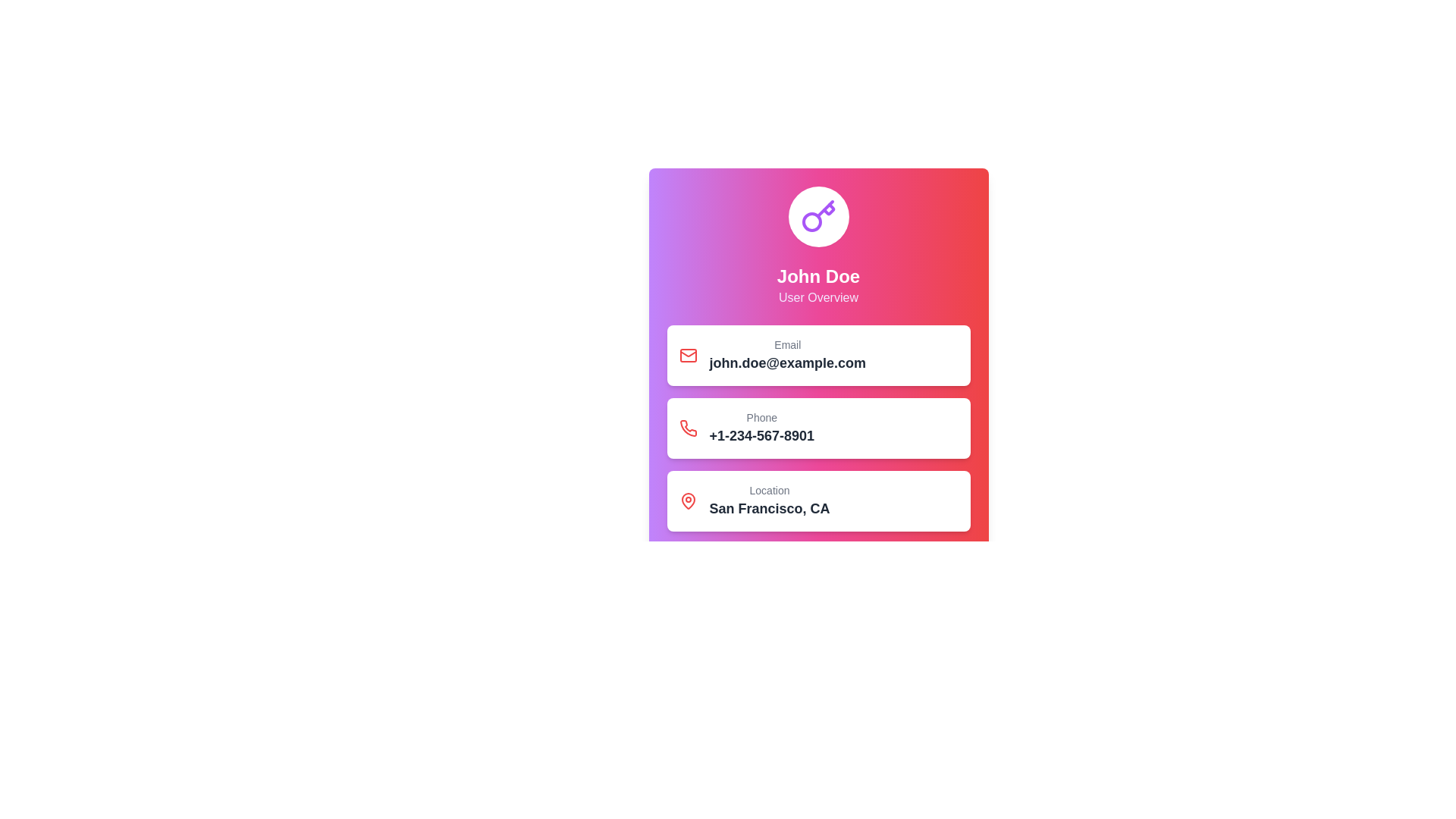  I want to click on the Text display component that shows the label 'Phone' and the phone number '+1-234-567-8901', which is located between the 'Email' and 'Location' sections, so click(761, 428).